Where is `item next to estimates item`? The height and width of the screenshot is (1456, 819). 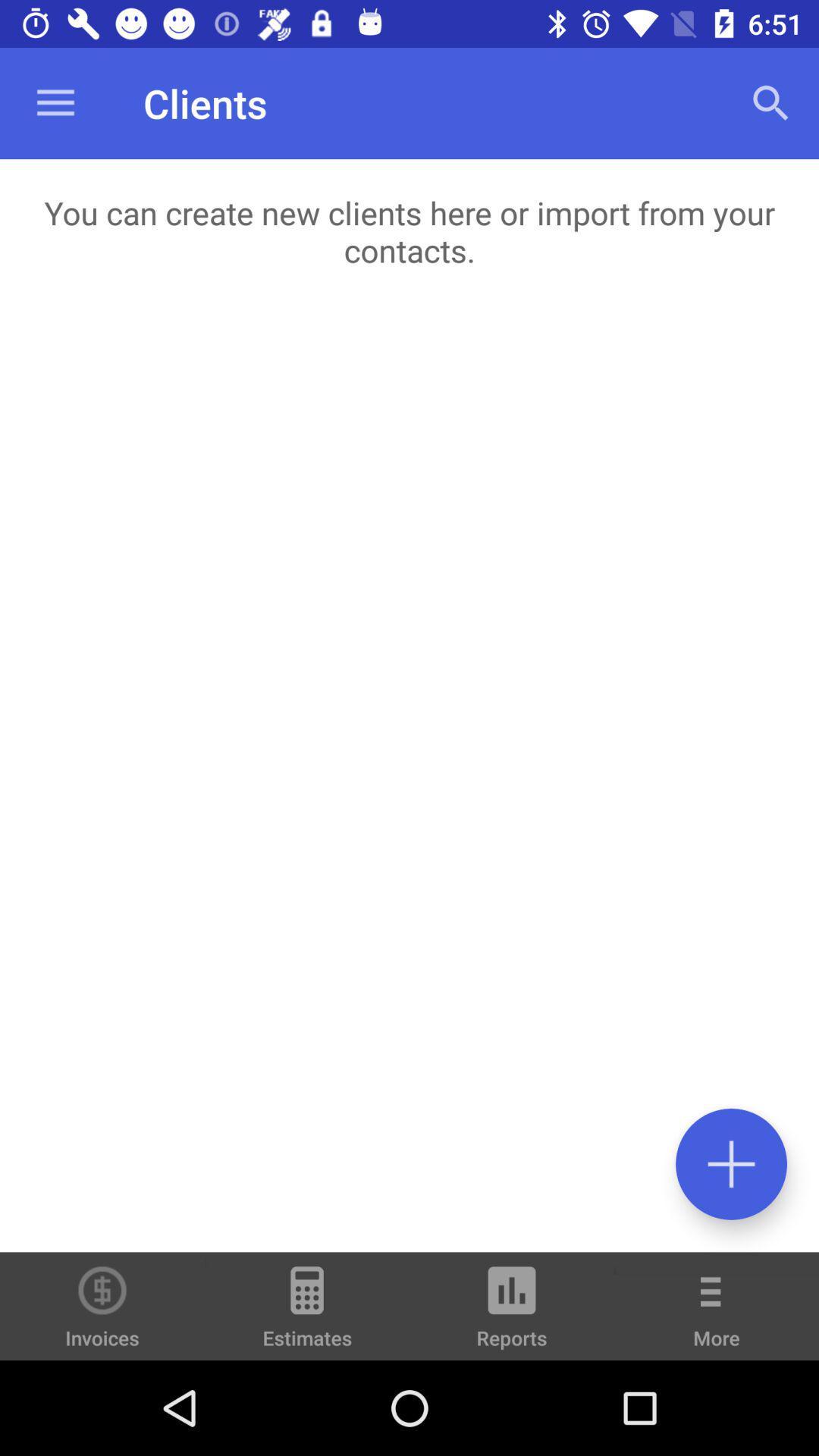 item next to estimates item is located at coordinates (512, 1313).